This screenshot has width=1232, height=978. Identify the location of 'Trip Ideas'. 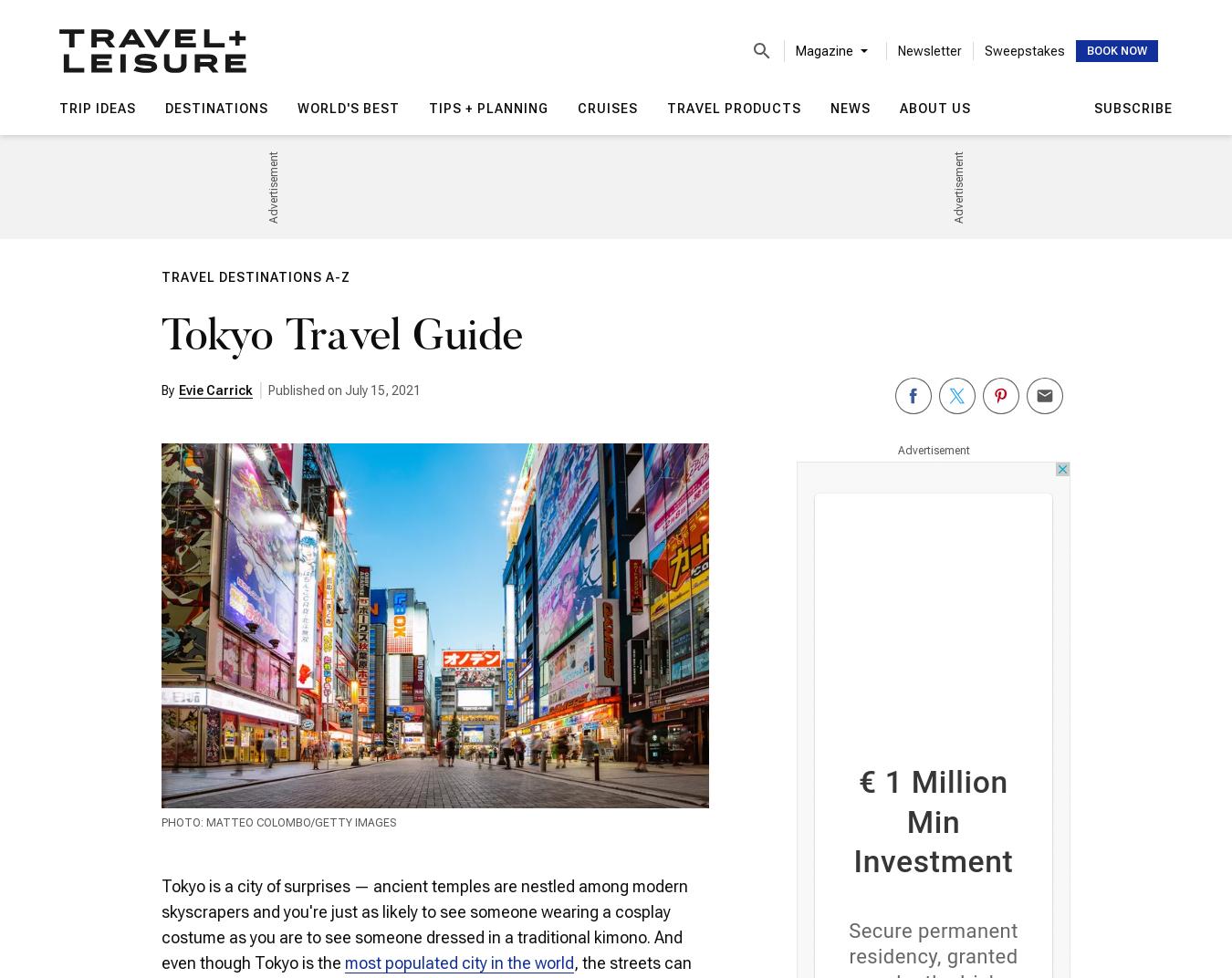
(97, 108).